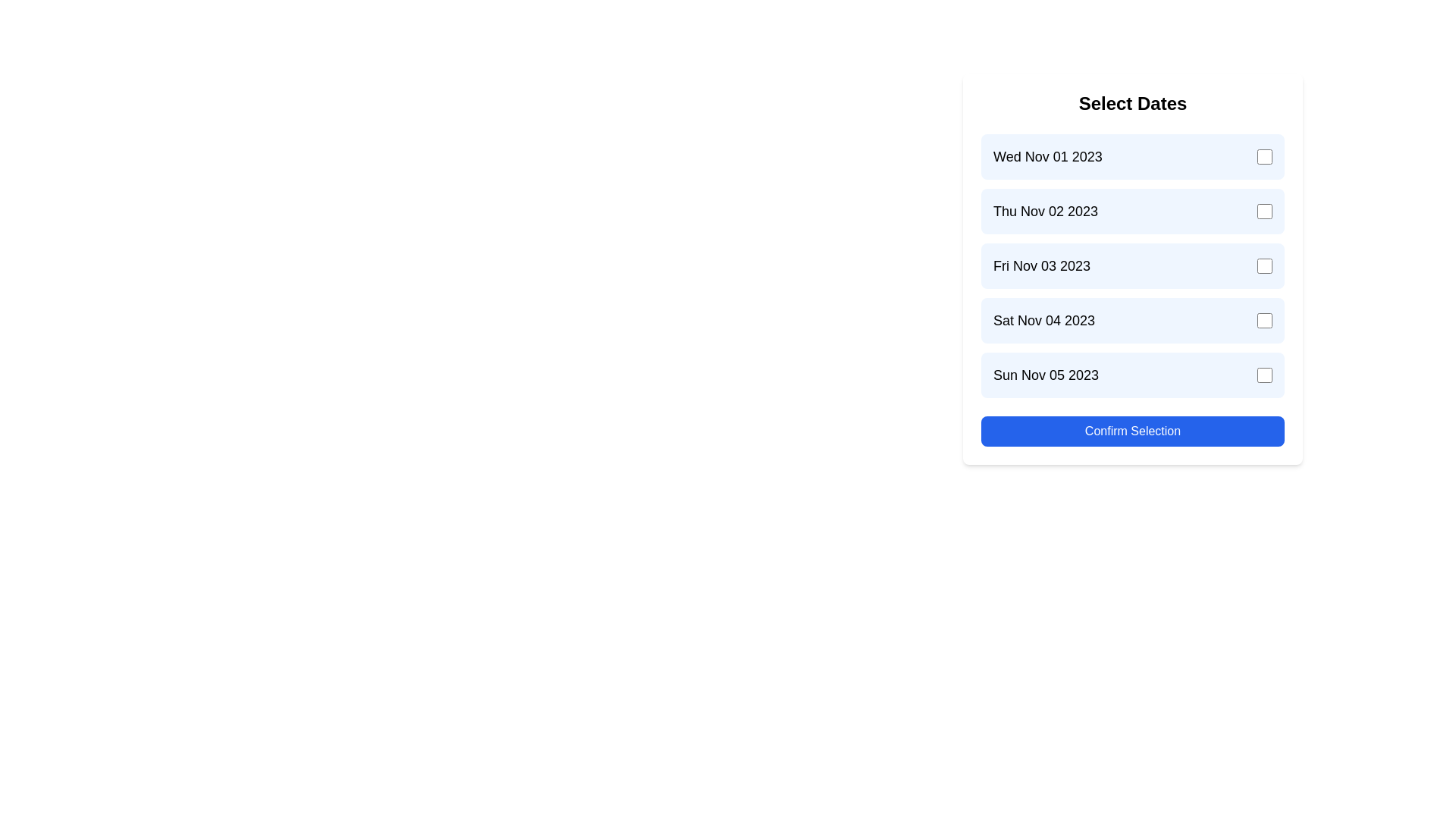 Image resolution: width=1456 pixels, height=819 pixels. Describe the element at coordinates (1265, 375) in the screenshot. I see `the checkbox corresponding to the date Sun Nov 05 2023` at that location.